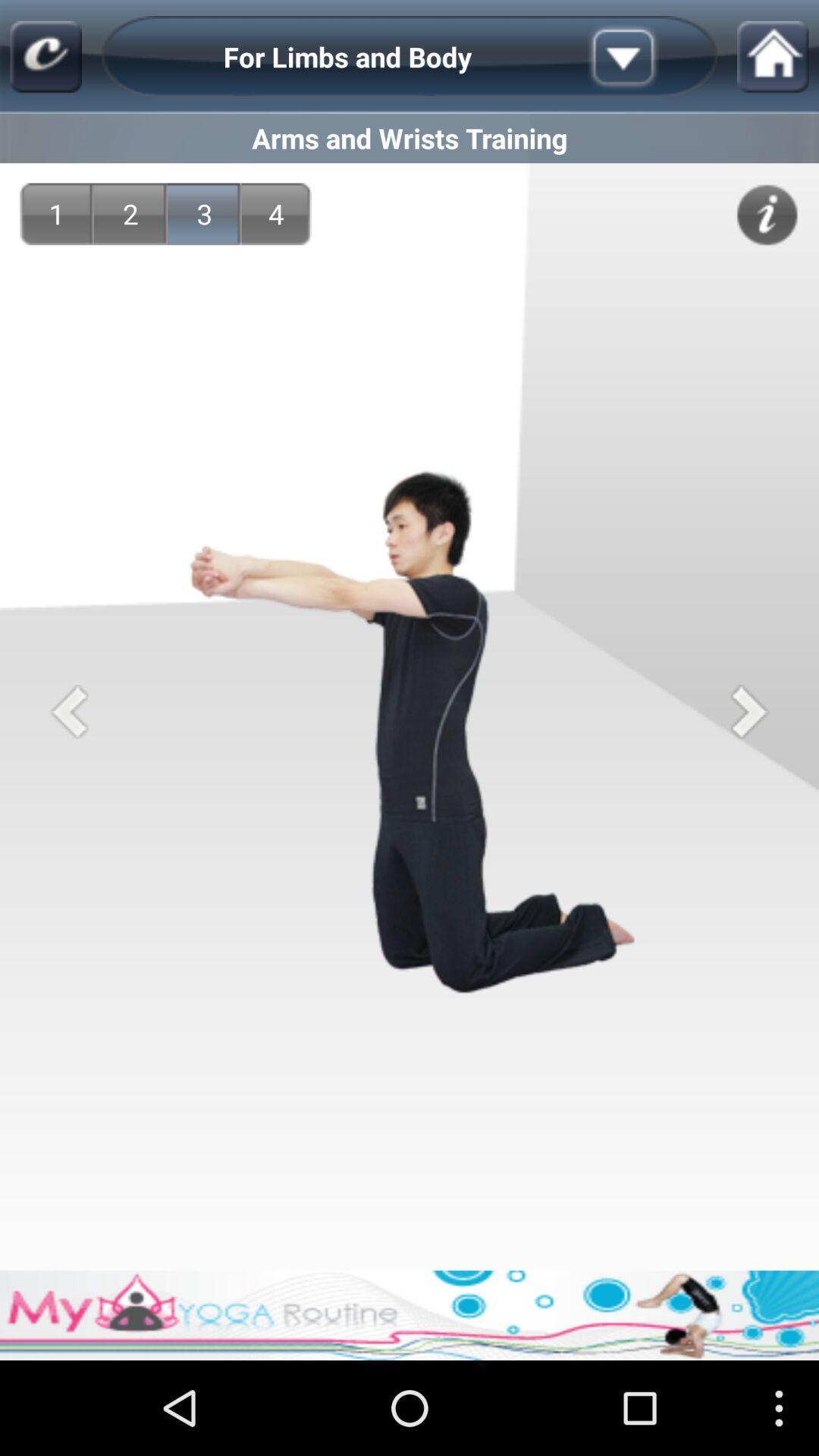  I want to click on the 3, so click(205, 213).